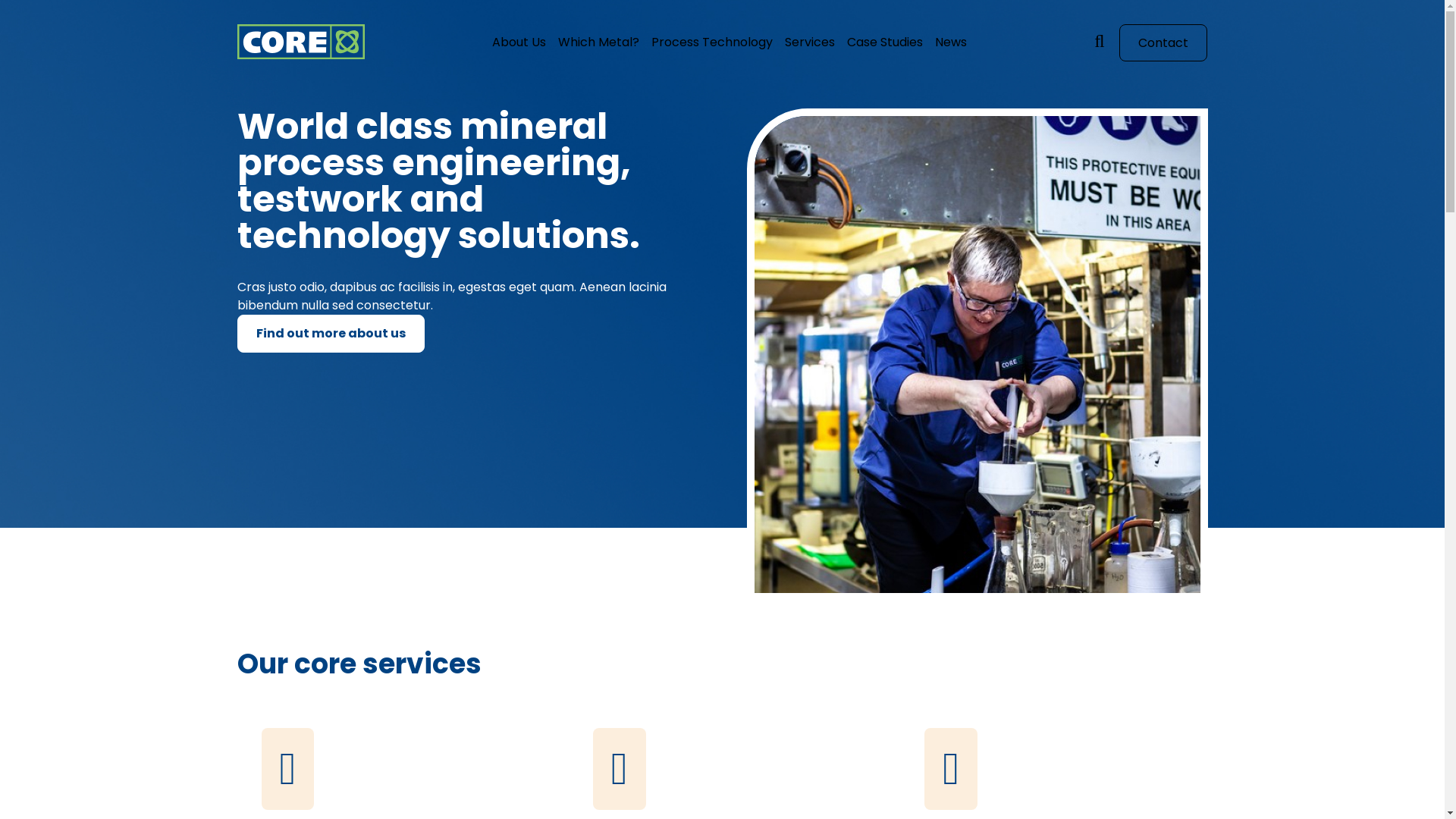  What do you see at coordinates (598, 41) in the screenshot?
I see `'Which Metal?'` at bounding box center [598, 41].